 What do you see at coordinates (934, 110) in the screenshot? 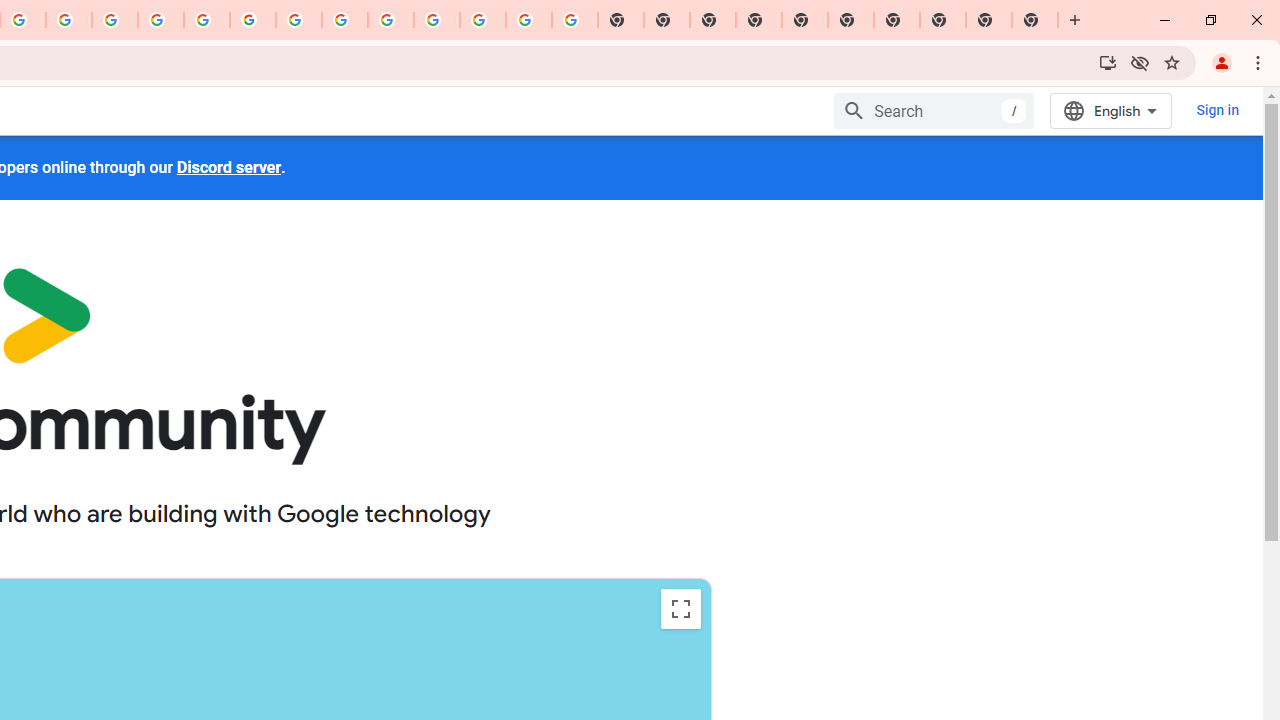
I see `'Search'` at bounding box center [934, 110].